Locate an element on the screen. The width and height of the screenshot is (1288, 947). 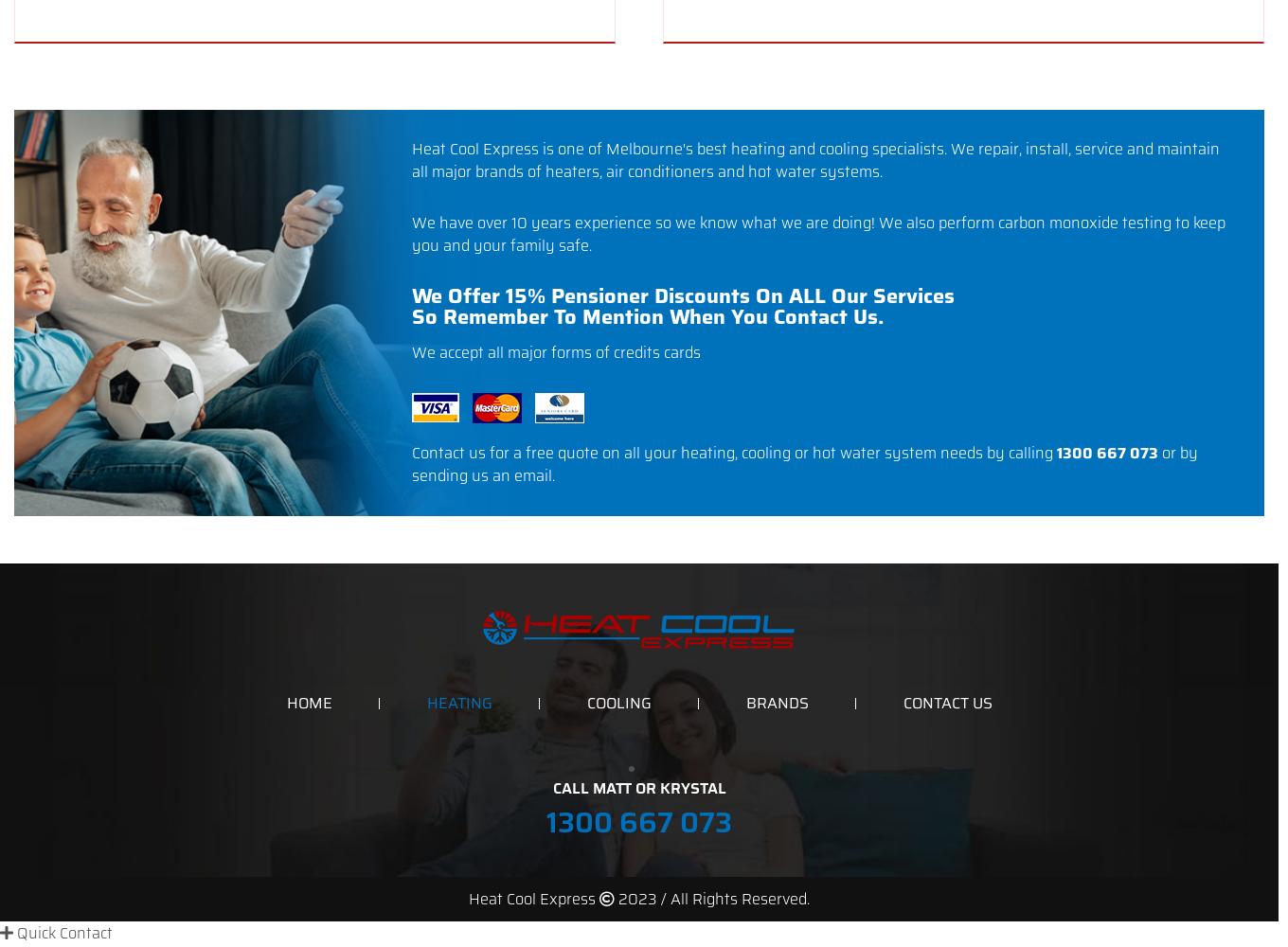
'Heat Cool Express' is located at coordinates (532, 898).